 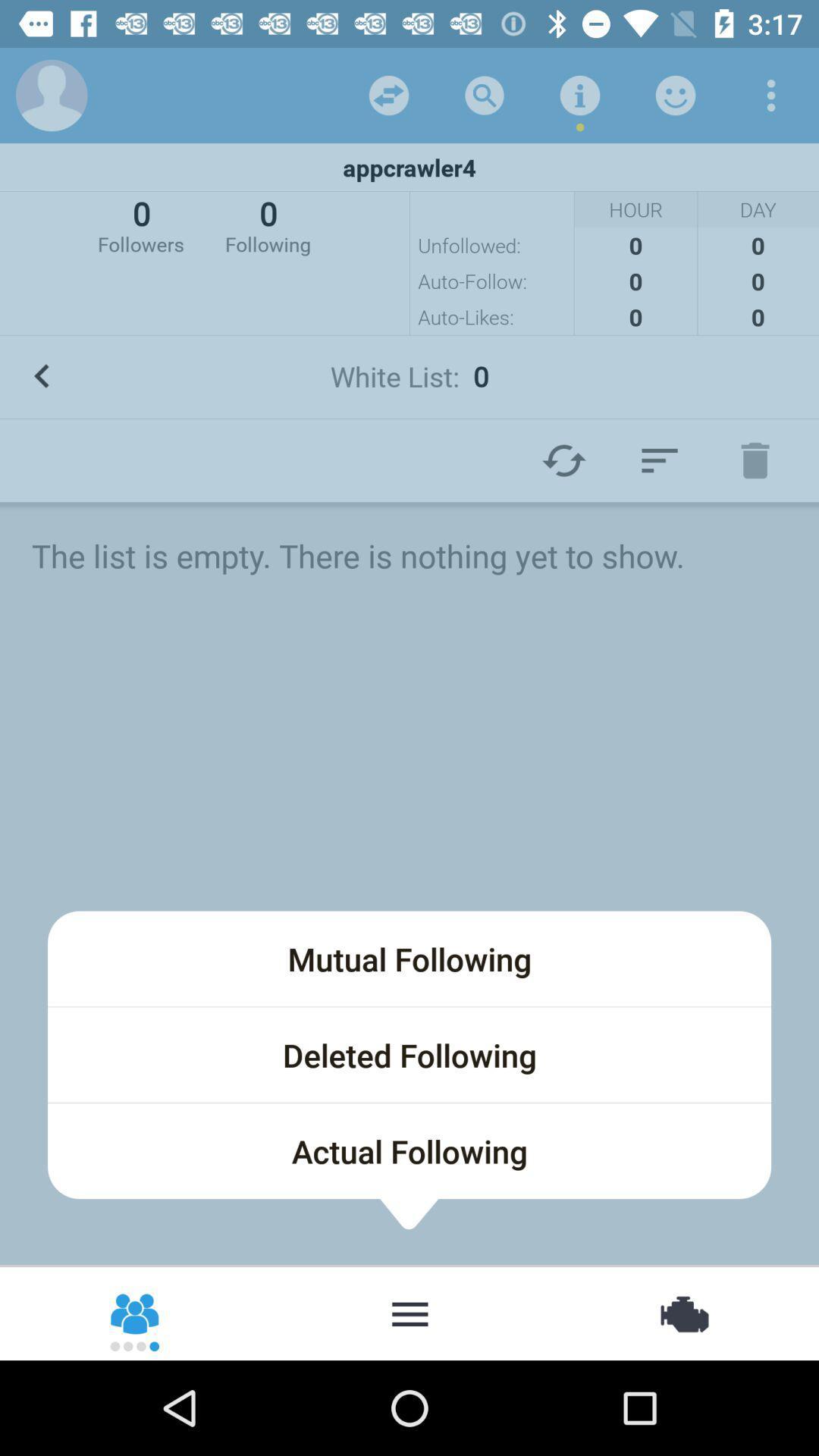 I want to click on menu, so click(x=659, y=460).